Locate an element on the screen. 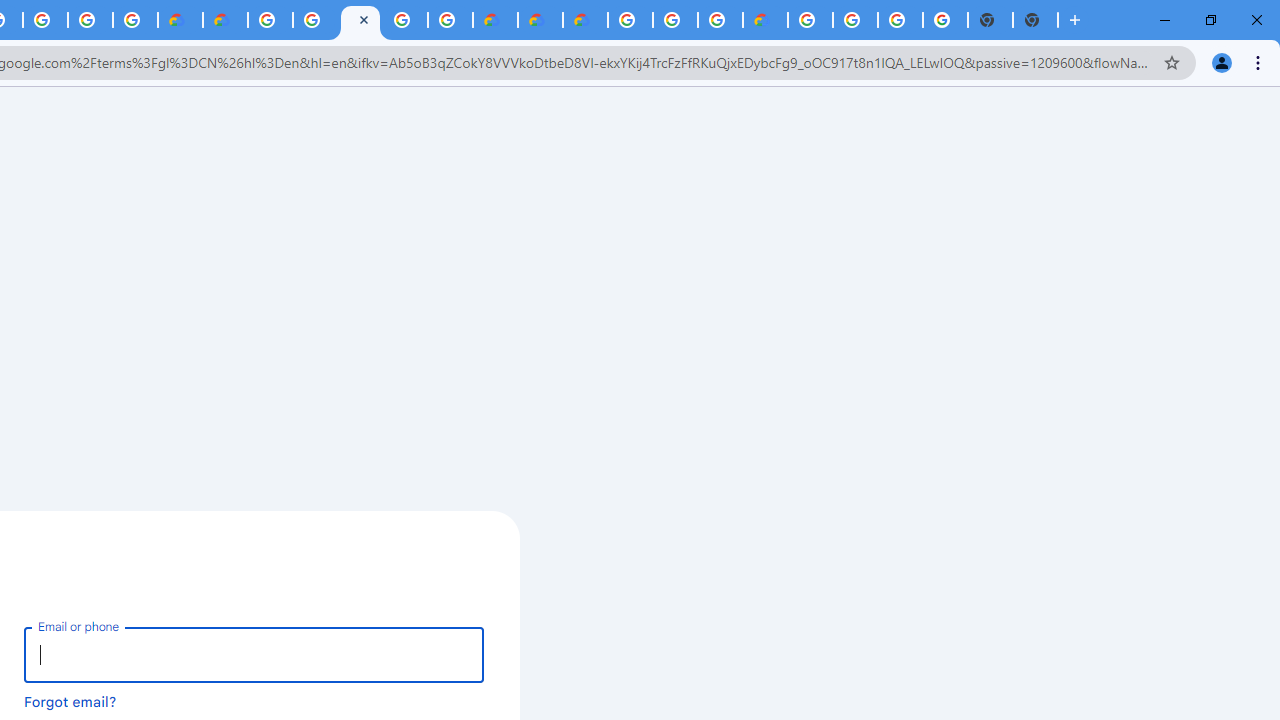 Image resolution: width=1280 pixels, height=720 pixels. 'Google Cloud Pricing Calculator' is located at coordinates (540, 20).